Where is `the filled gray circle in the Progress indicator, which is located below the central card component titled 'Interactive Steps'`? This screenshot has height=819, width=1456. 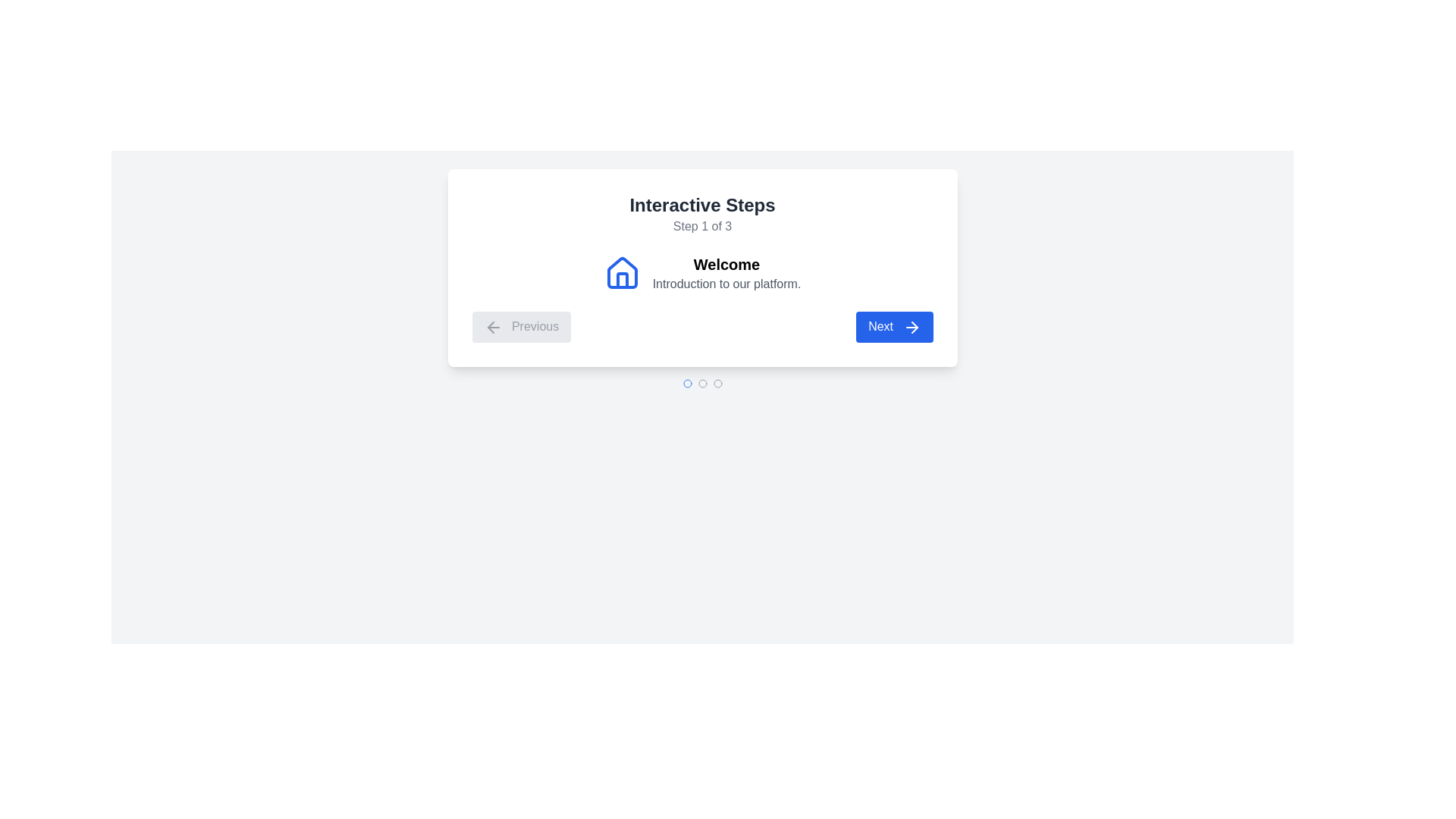
the filled gray circle in the Progress indicator, which is located below the central card component titled 'Interactive Steps' is located at coordinates (701, 382).